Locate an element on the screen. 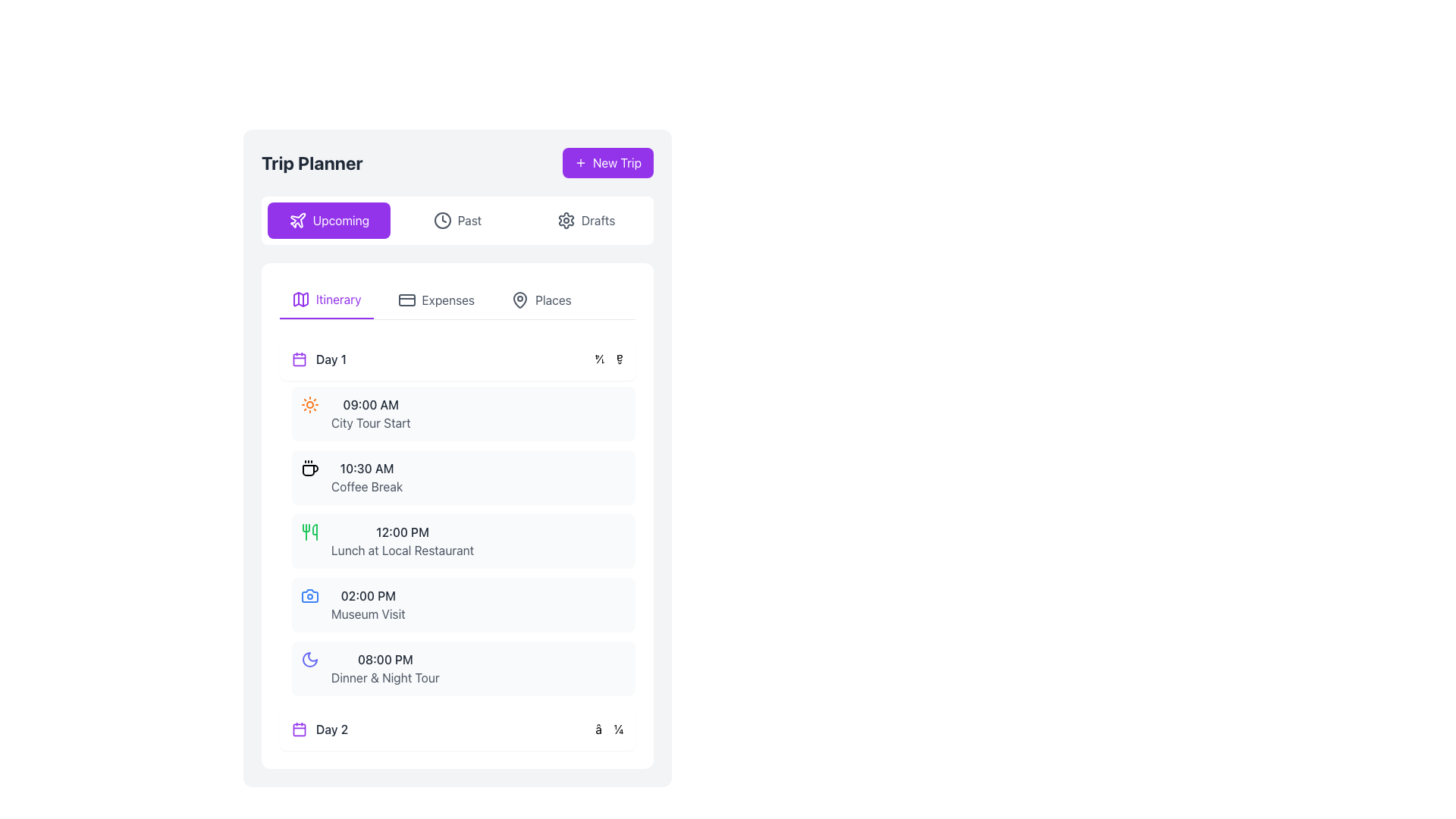  the 'Expenses' text label within the navigation menu is located at coordinates (447, 300).